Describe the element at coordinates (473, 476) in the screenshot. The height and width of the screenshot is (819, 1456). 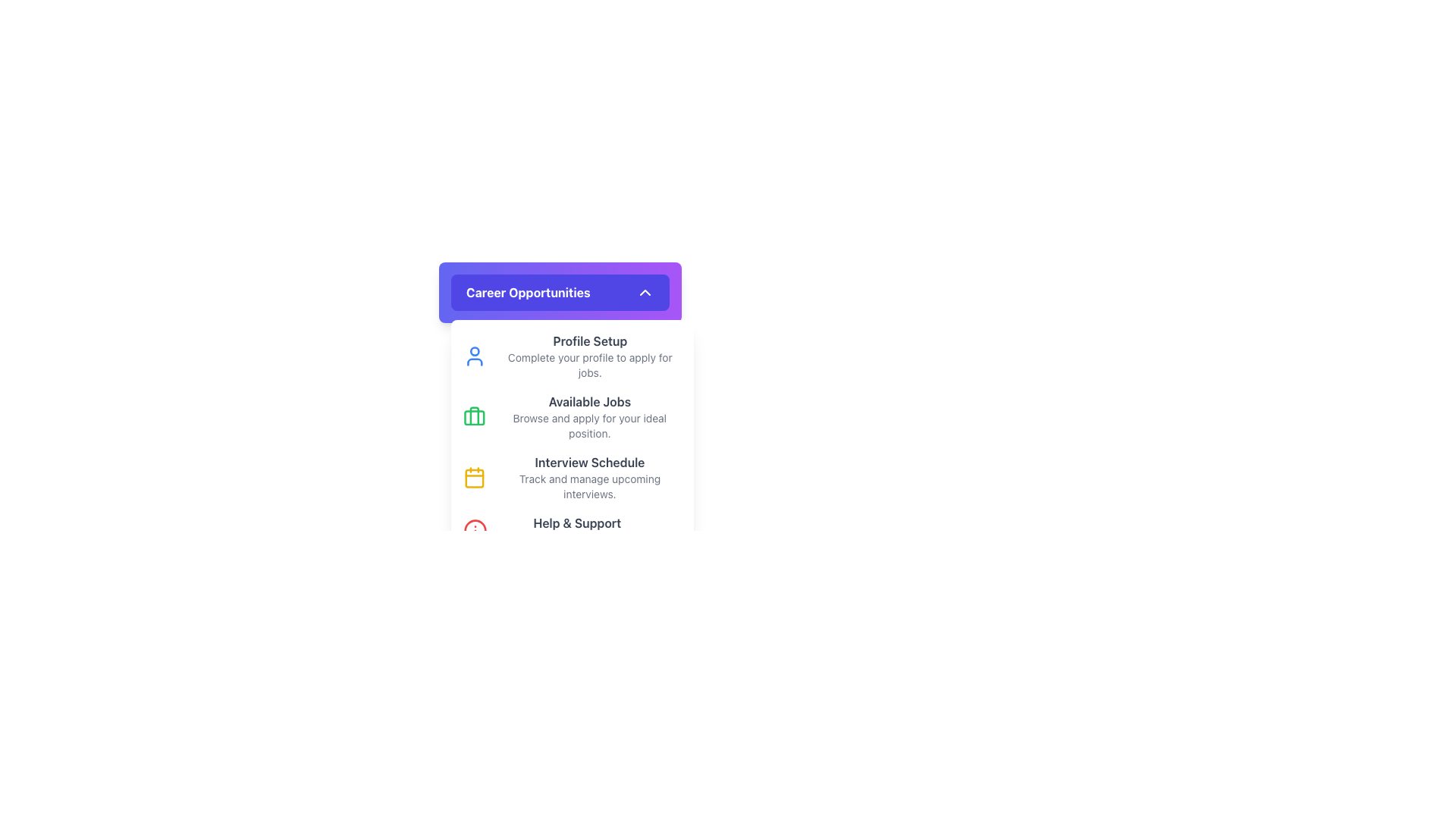
I see `the yellow calendar icon located to the left of the 'Interview Schedule' text block, which features a bold outline and is designed for date-picking` at that location.